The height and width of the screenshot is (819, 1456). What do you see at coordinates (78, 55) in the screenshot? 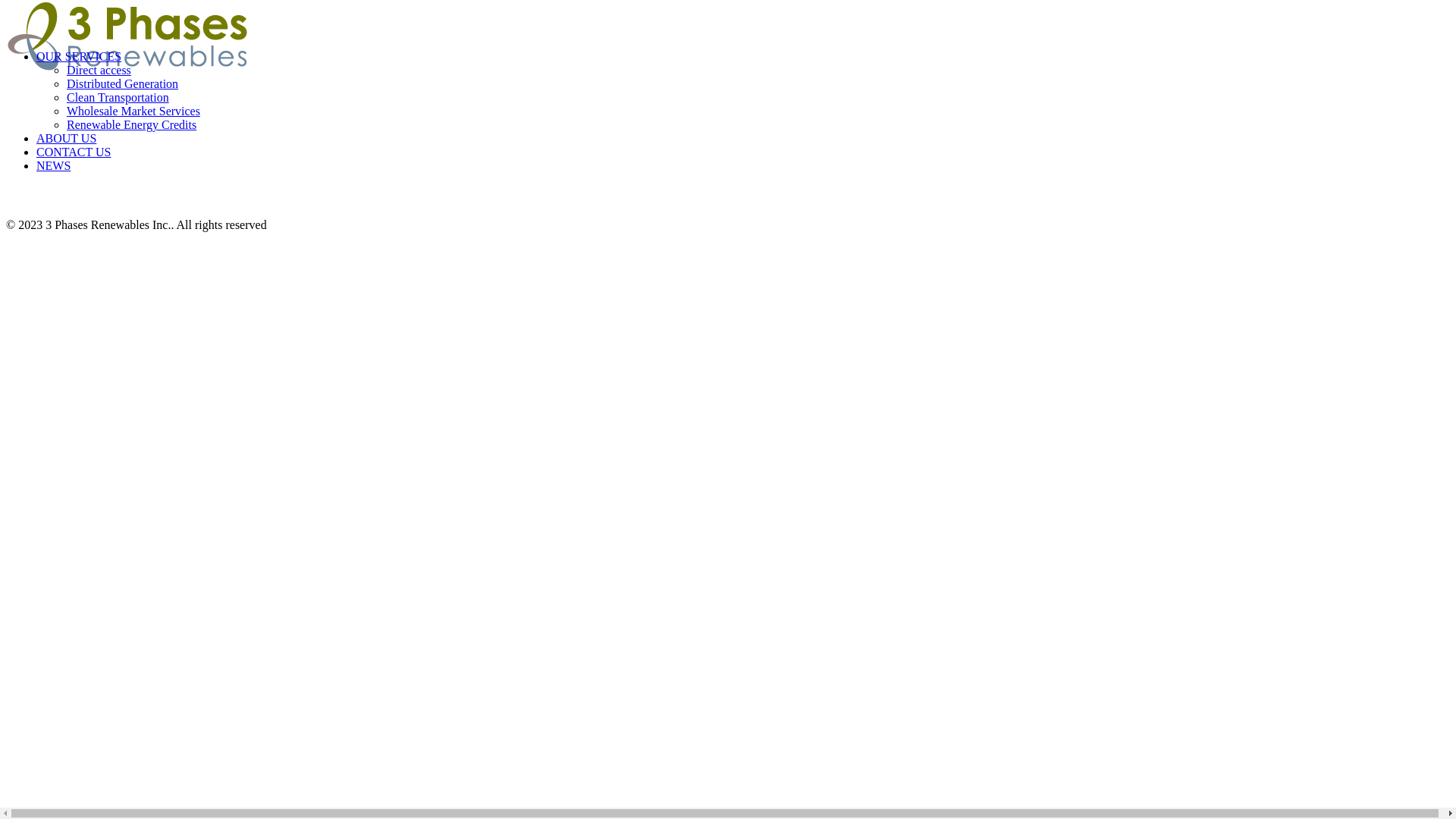
I see `'OUR SERVICES'` at bounding box center [78, 55].